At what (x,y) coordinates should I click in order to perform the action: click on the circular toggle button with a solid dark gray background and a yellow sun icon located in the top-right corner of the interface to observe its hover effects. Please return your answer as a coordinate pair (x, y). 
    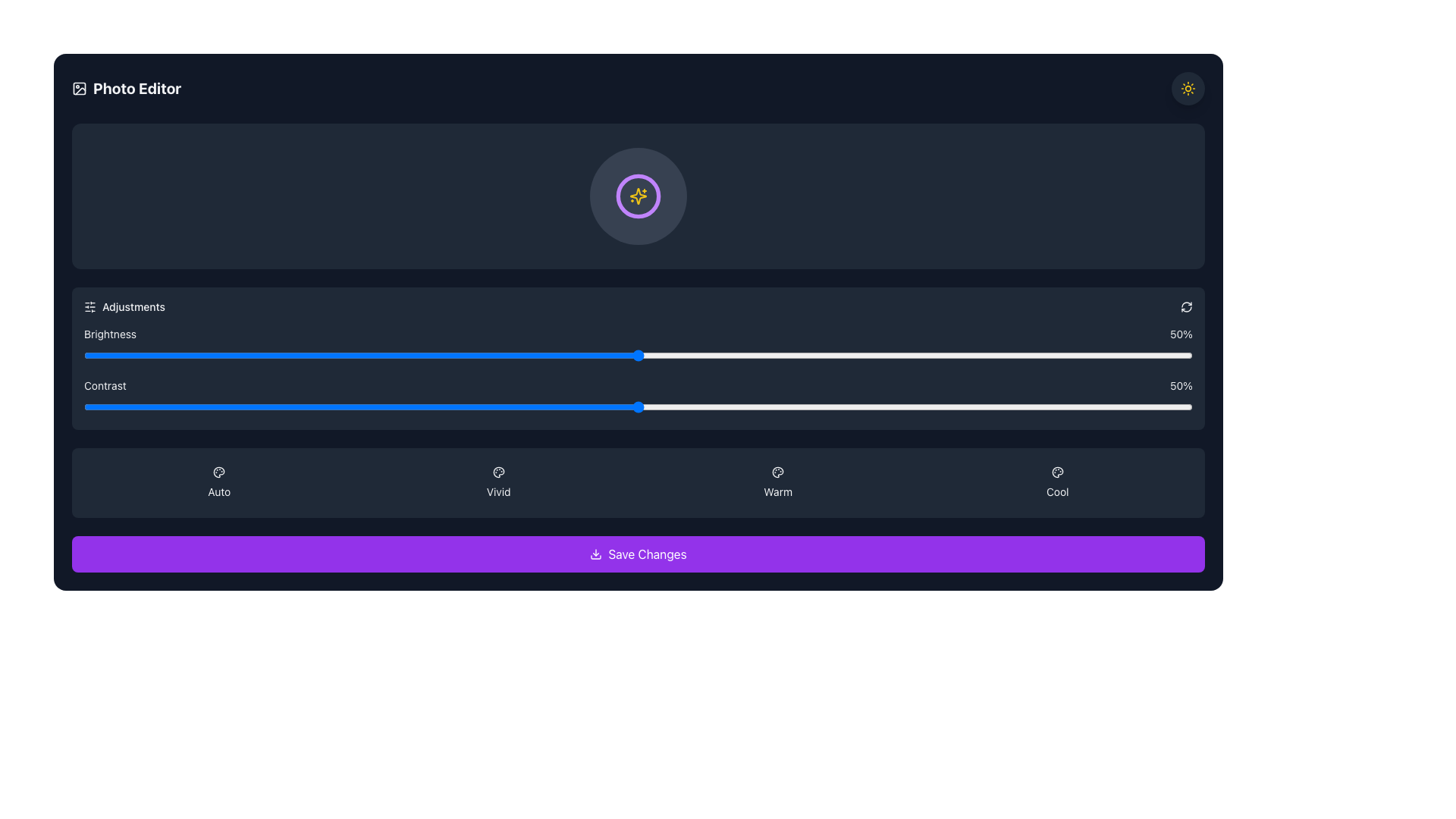
    Looking at the image, I should click on (1187, 88).